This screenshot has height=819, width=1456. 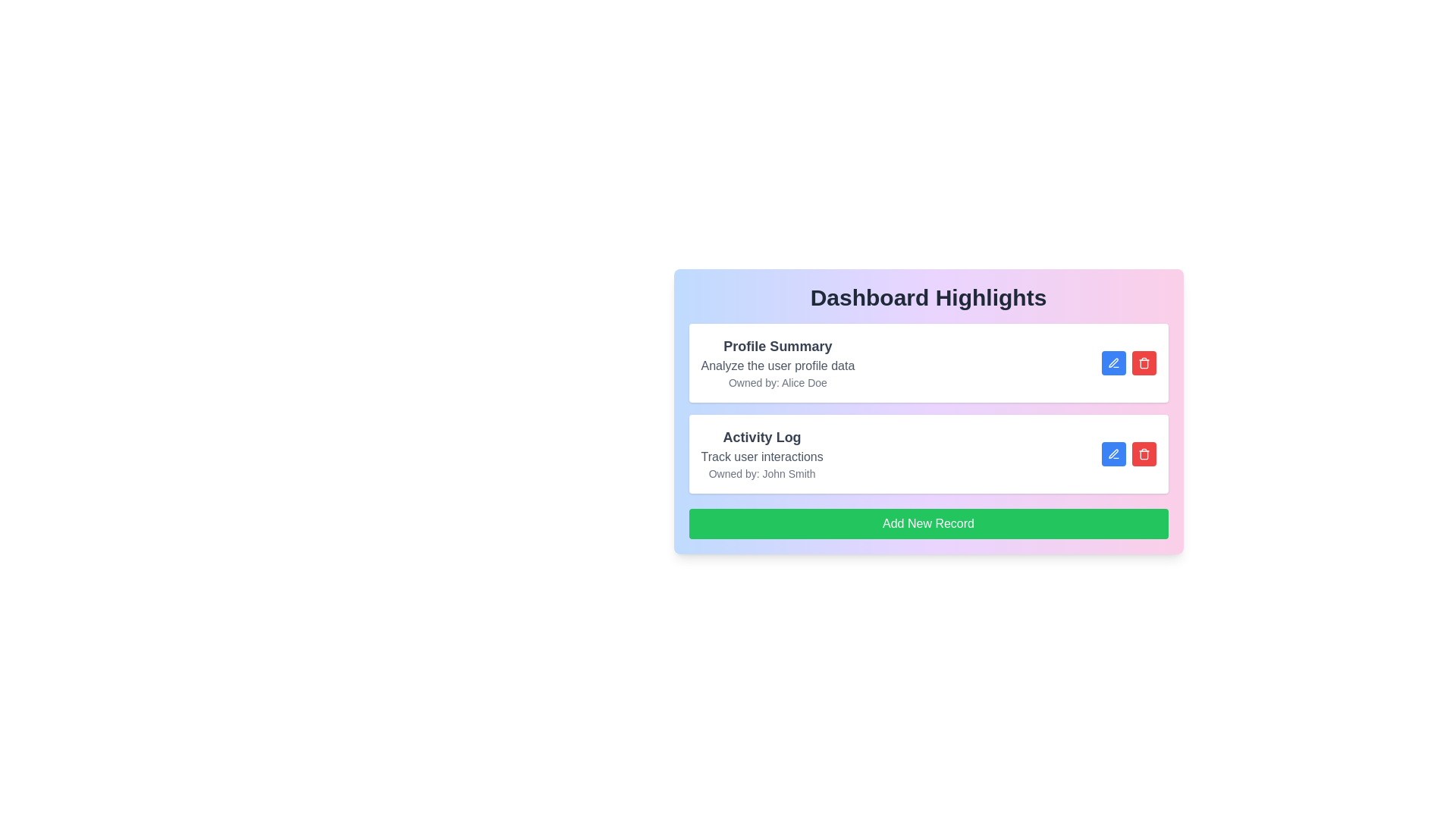 I want to click on the vertical rectangular button with rounded corners located in the second row on the right-hand side of the 'Activity Log' item, so click(x=1144, y=364).